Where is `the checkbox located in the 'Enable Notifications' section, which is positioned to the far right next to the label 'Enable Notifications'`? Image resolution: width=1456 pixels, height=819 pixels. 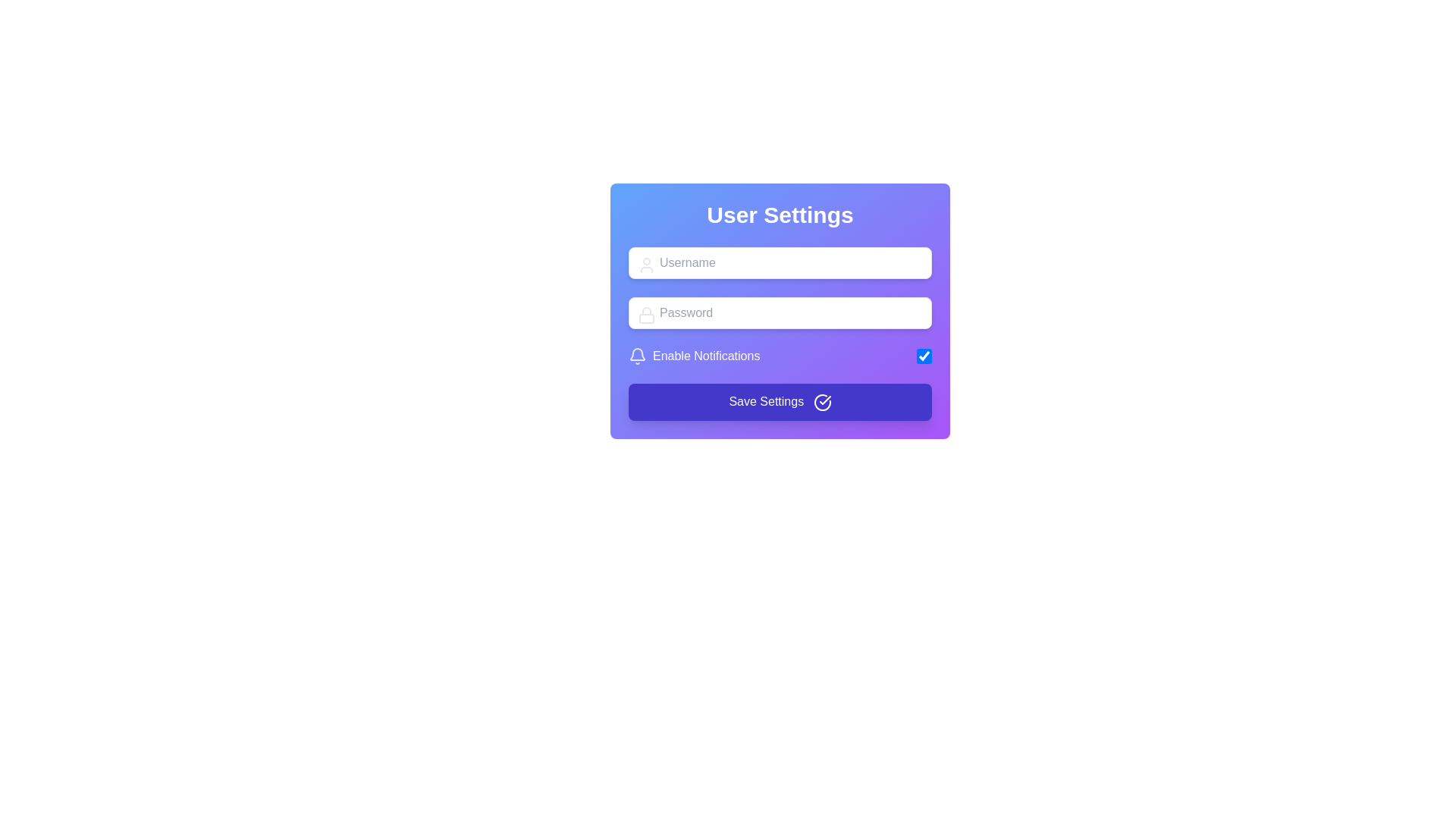
the checkbox located in the 'Enable Notifications' section, which is positioned to the far right next to the label 'Enable Notifications' is located at coordinates (924, 356).